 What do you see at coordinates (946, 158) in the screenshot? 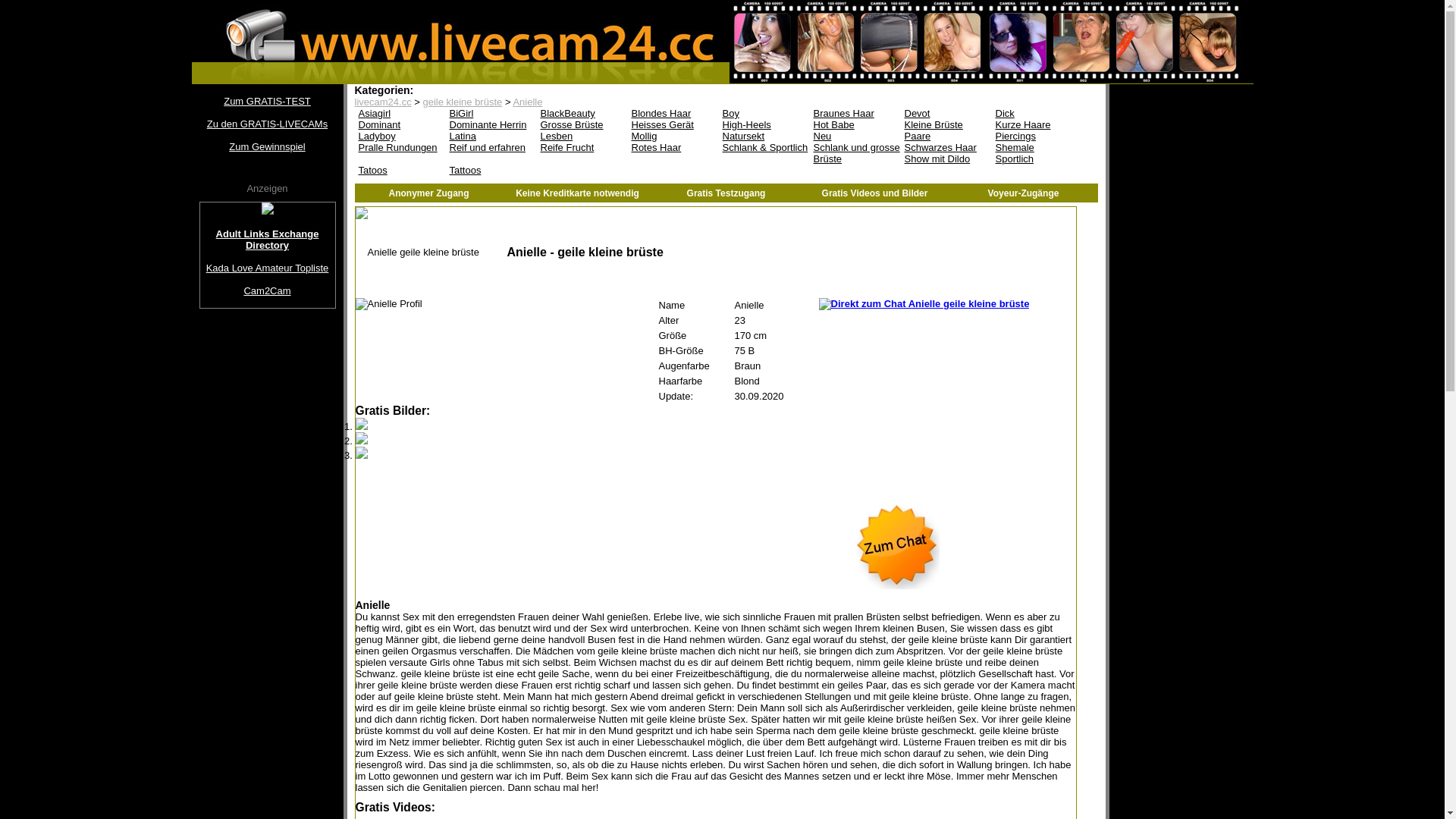
I see `'Show mit Dildo'` at bounding box center [946, 158].